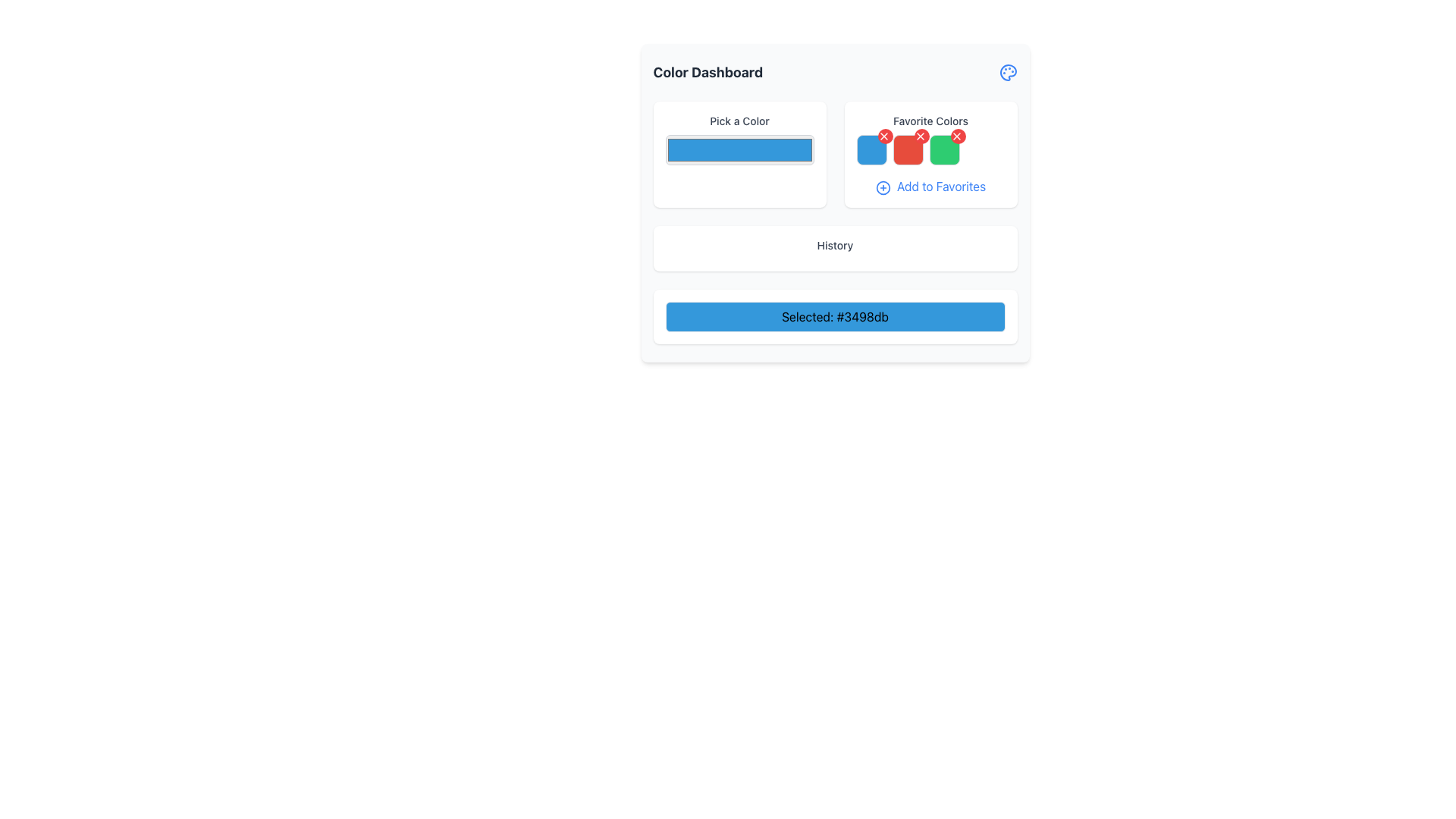 The width and height of the screenshot is (1456, 819). I want to click on the clickable label with an icon located at the bottom of the 'Favorite Colors' panel, so click(930, 186).